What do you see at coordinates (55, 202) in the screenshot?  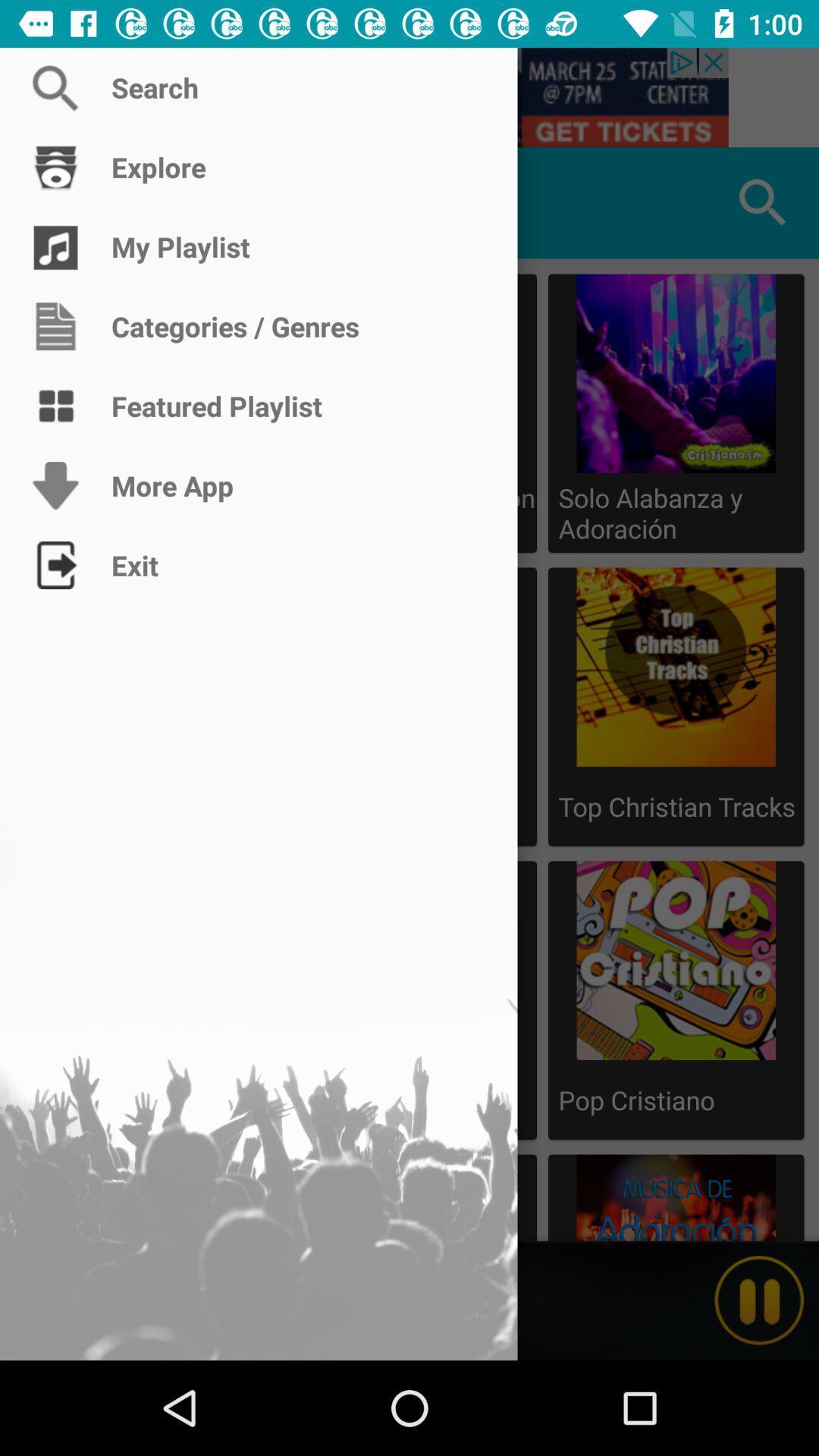 I see `games playing options` at bounding box center [55, 202].